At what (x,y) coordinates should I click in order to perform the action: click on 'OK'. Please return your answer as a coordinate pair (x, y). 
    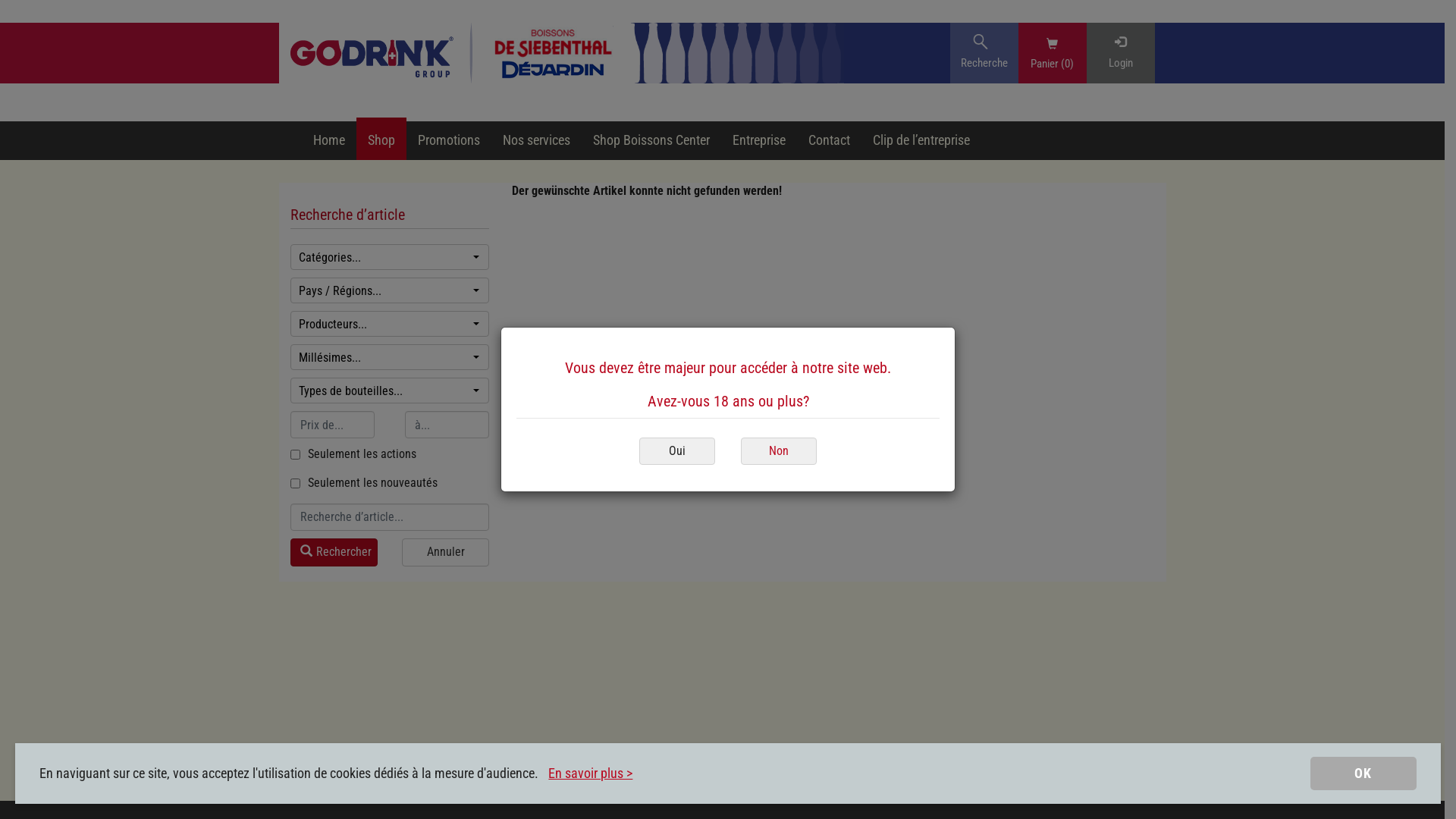
    Looking at the image, I should click on (1363, 773).